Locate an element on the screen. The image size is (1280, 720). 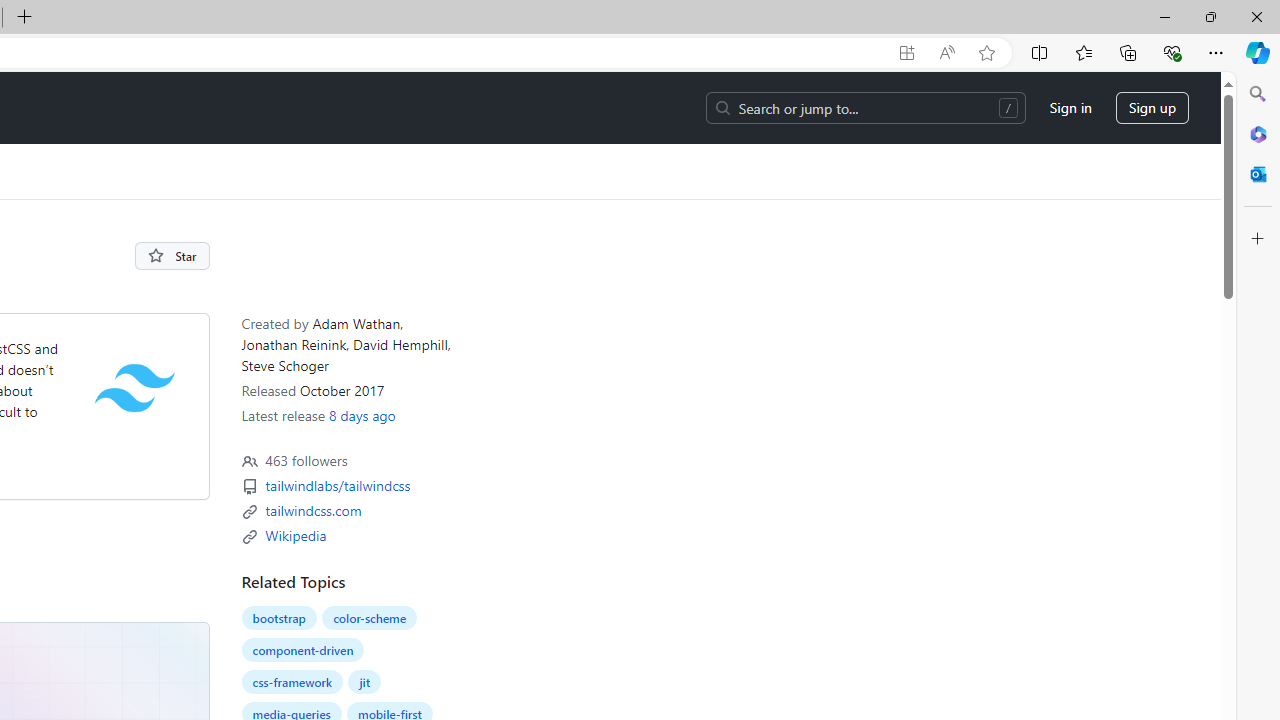
'bootstrap' is located at coordinates (278, 617).